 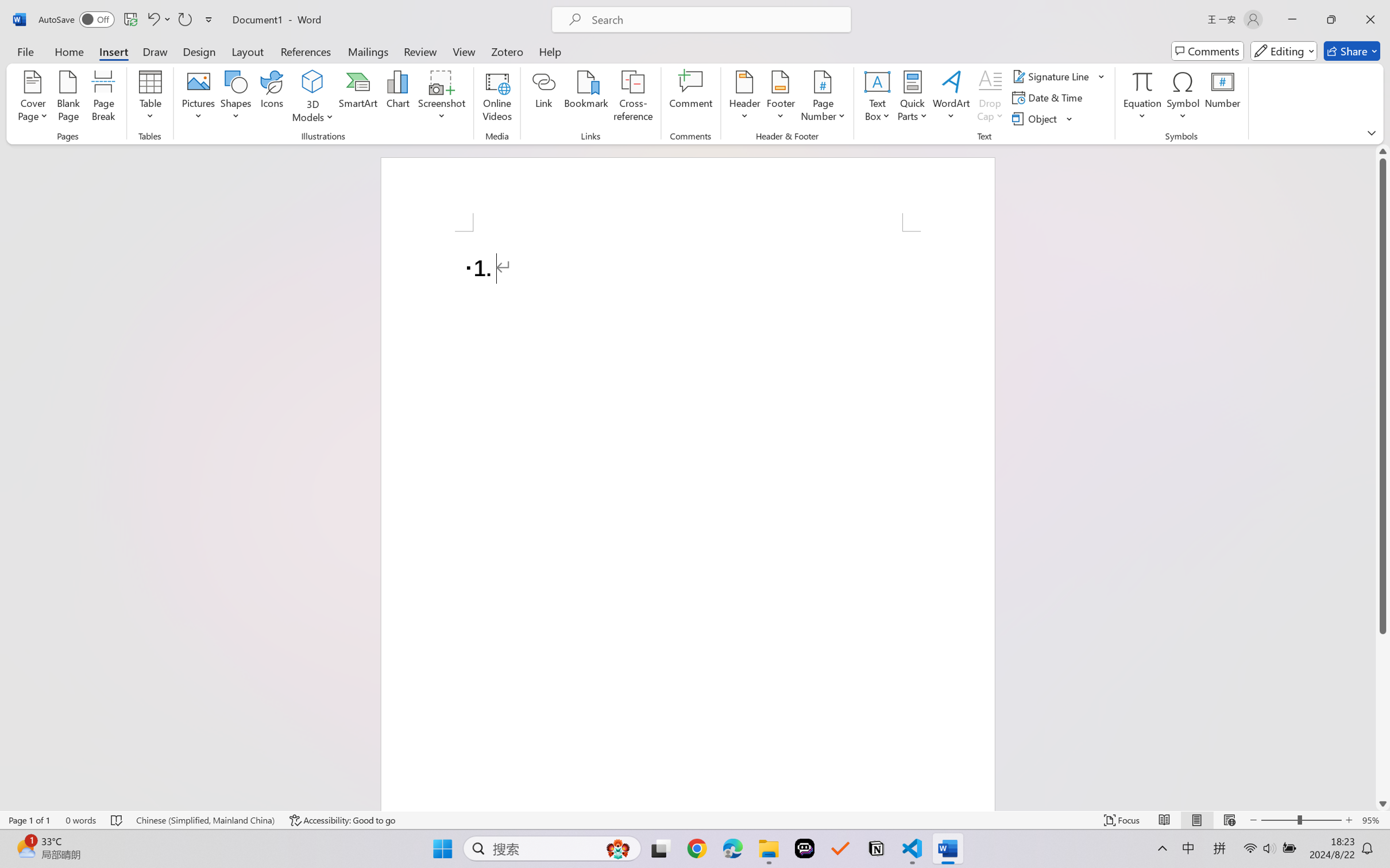 I want to click on 'Equation', so click(x=1142, y=98).